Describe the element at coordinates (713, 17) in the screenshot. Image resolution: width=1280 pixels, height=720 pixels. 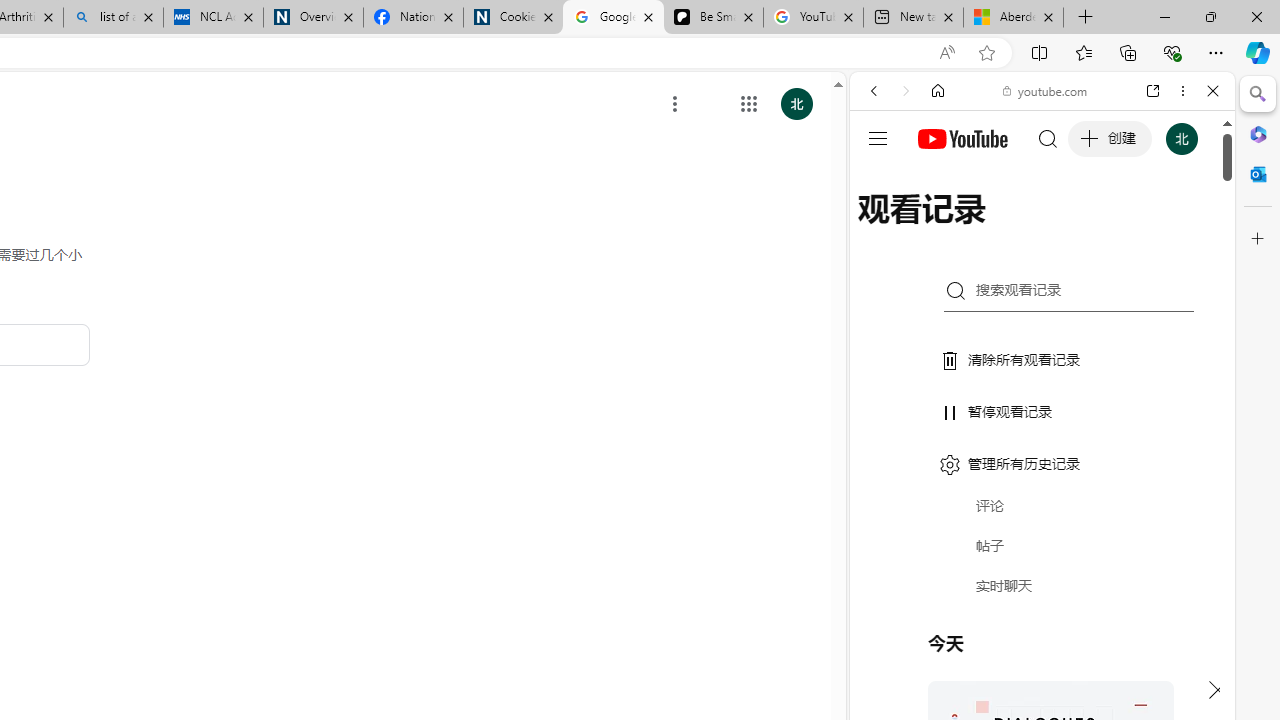
I see `'Be Smart | creating Science videos | Patreon'` at that location.